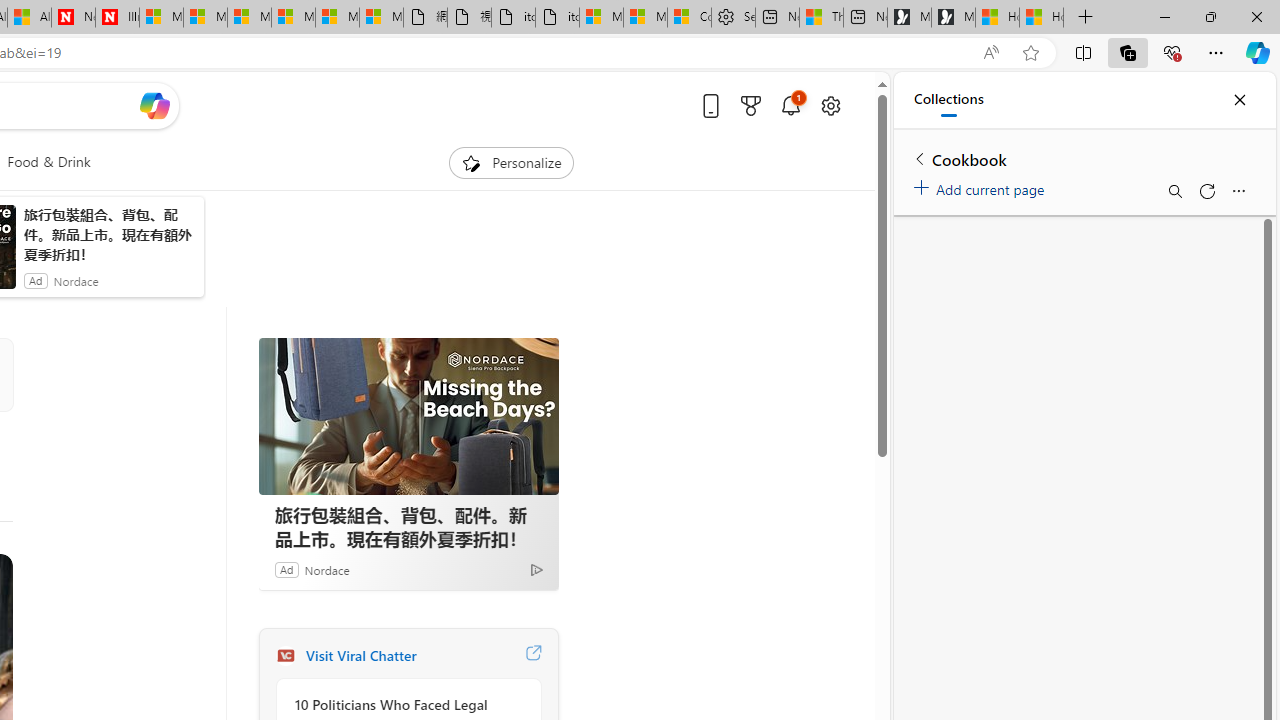 The width and height of the screenshot is (1280, 720). What do you see at coordinates (512, 162) in the screenshot?
I see `'Personalize'` at bounding box center [512, 162].